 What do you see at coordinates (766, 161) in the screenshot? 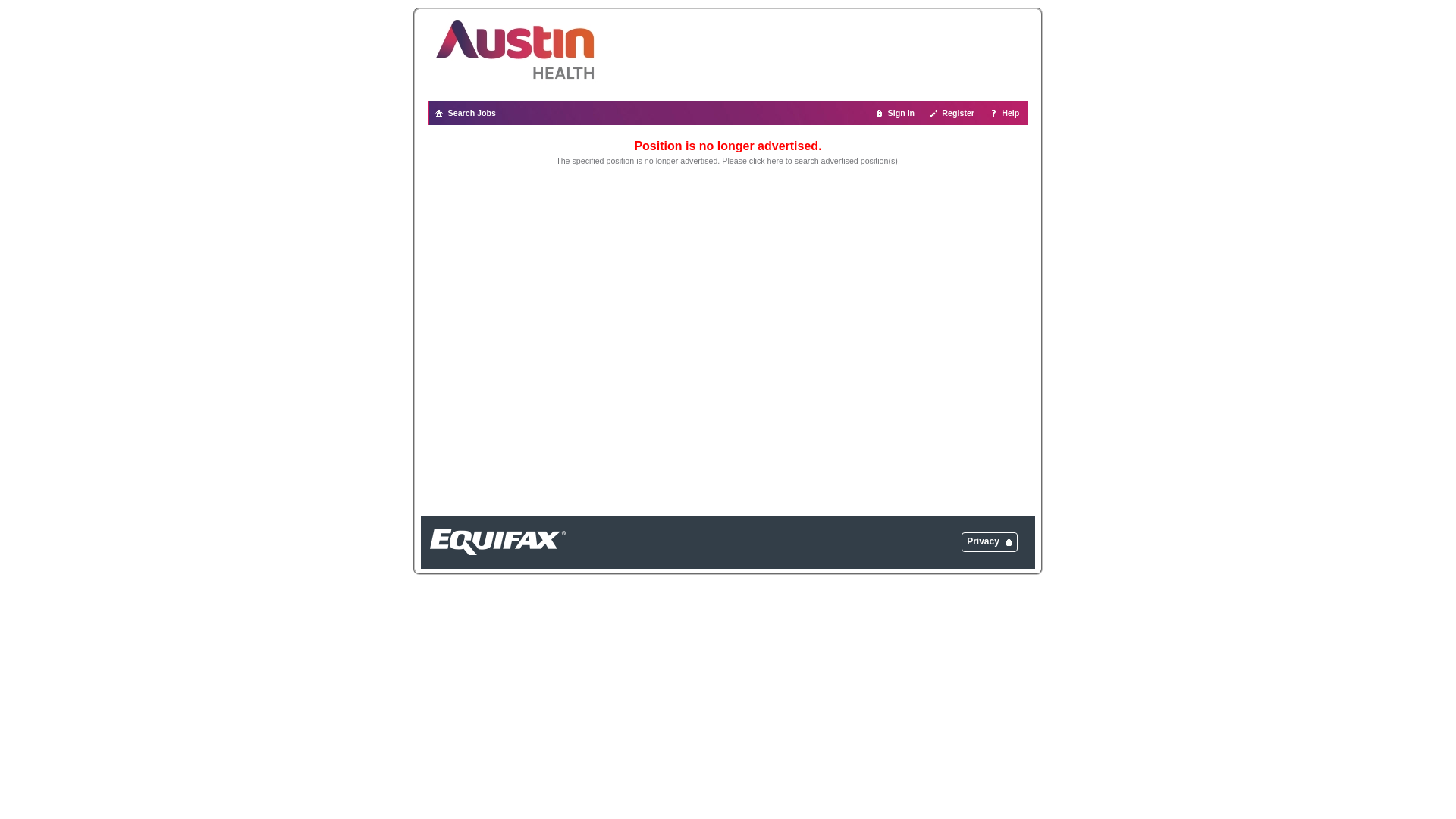
I see `'click here'` at bounding box center [766, 161].